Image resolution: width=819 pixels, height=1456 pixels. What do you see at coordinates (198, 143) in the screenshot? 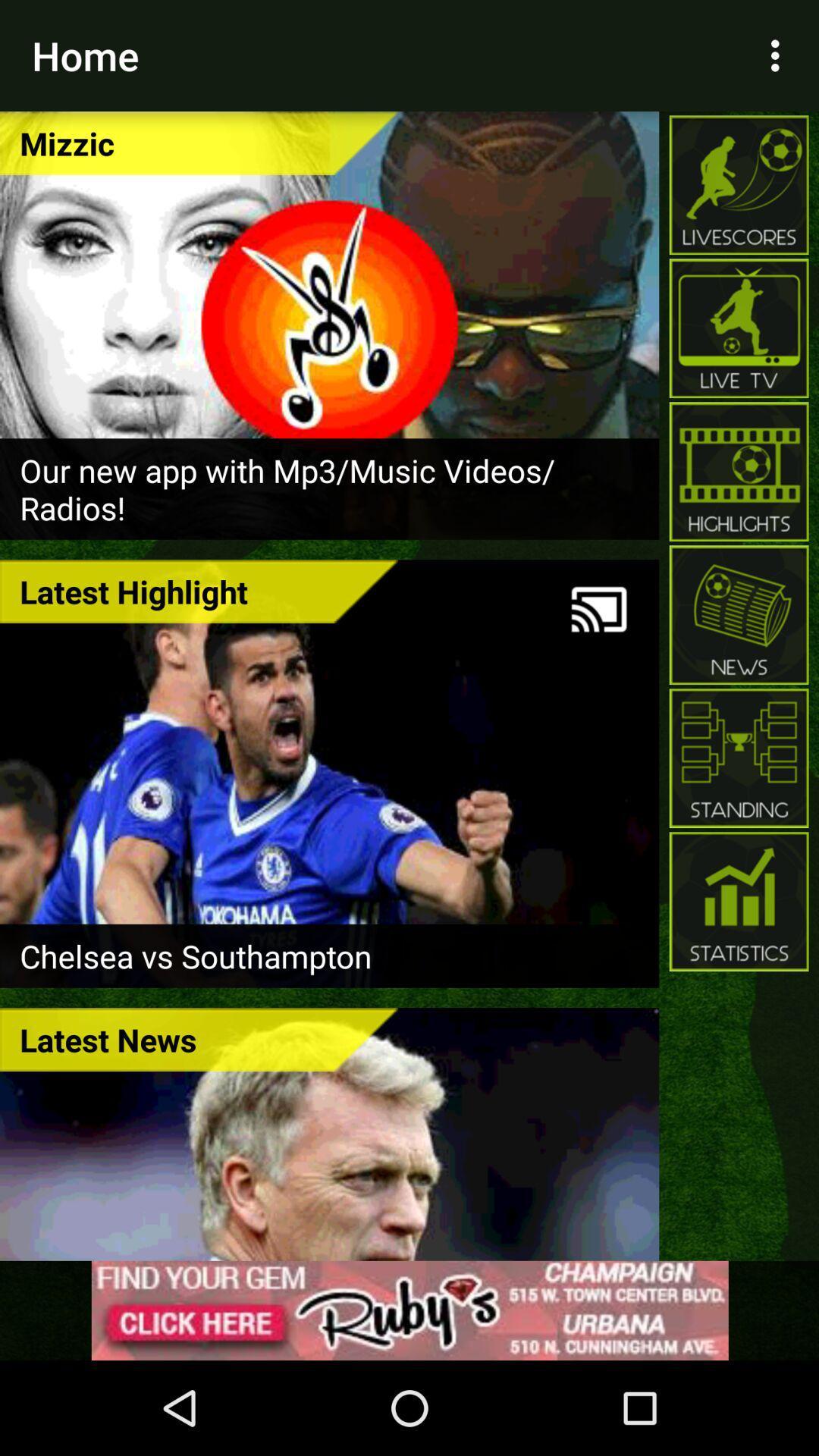
I see `the mizzic icon` at bounding box center [198, 143].